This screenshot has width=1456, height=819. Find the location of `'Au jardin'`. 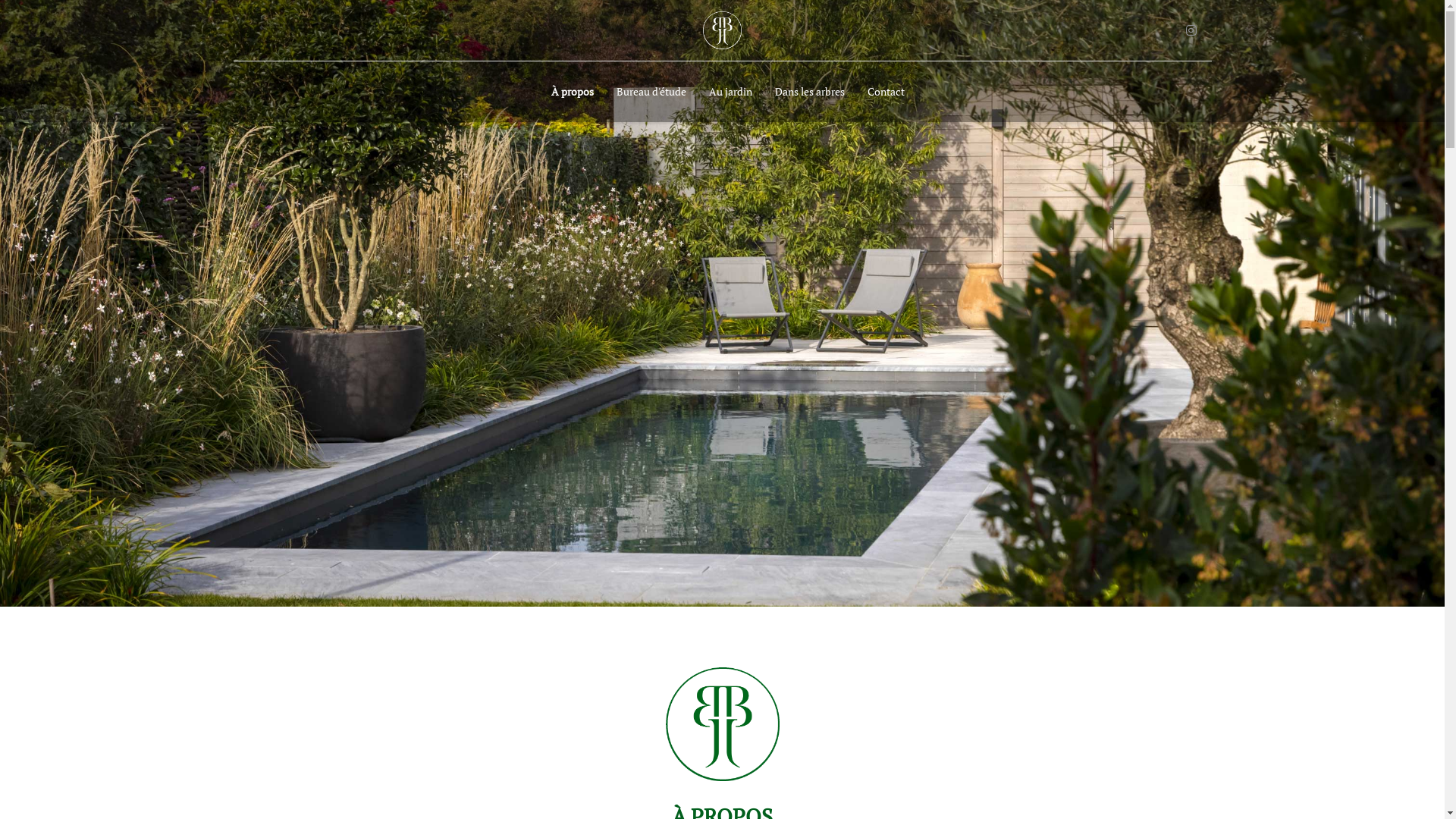

'Au jardin' is located at coordinates (730, 91).